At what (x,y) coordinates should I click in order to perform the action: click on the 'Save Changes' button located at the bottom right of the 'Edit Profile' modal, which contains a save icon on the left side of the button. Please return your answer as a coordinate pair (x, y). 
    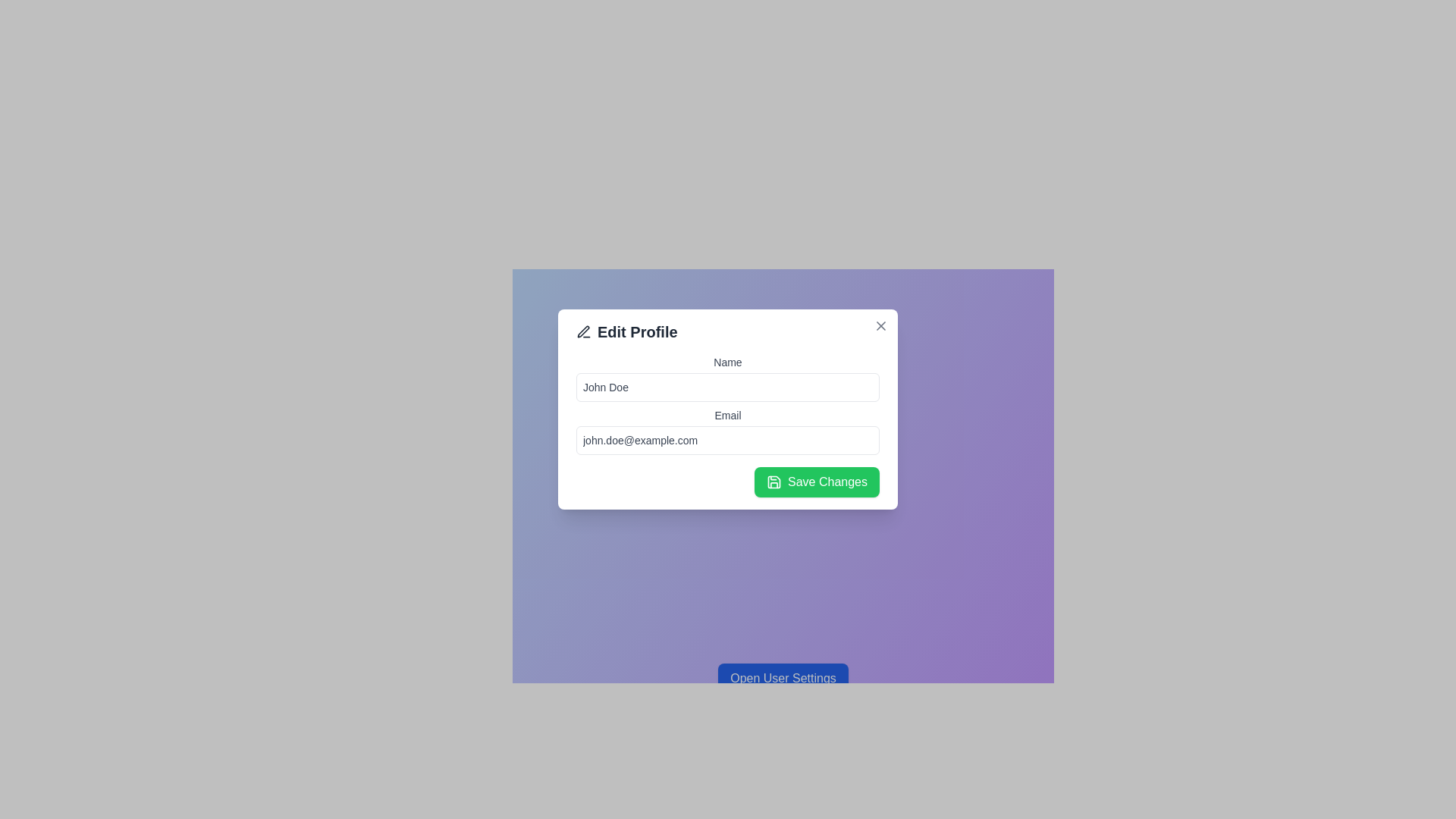
    Looking at the image, I should click on (774, 482).